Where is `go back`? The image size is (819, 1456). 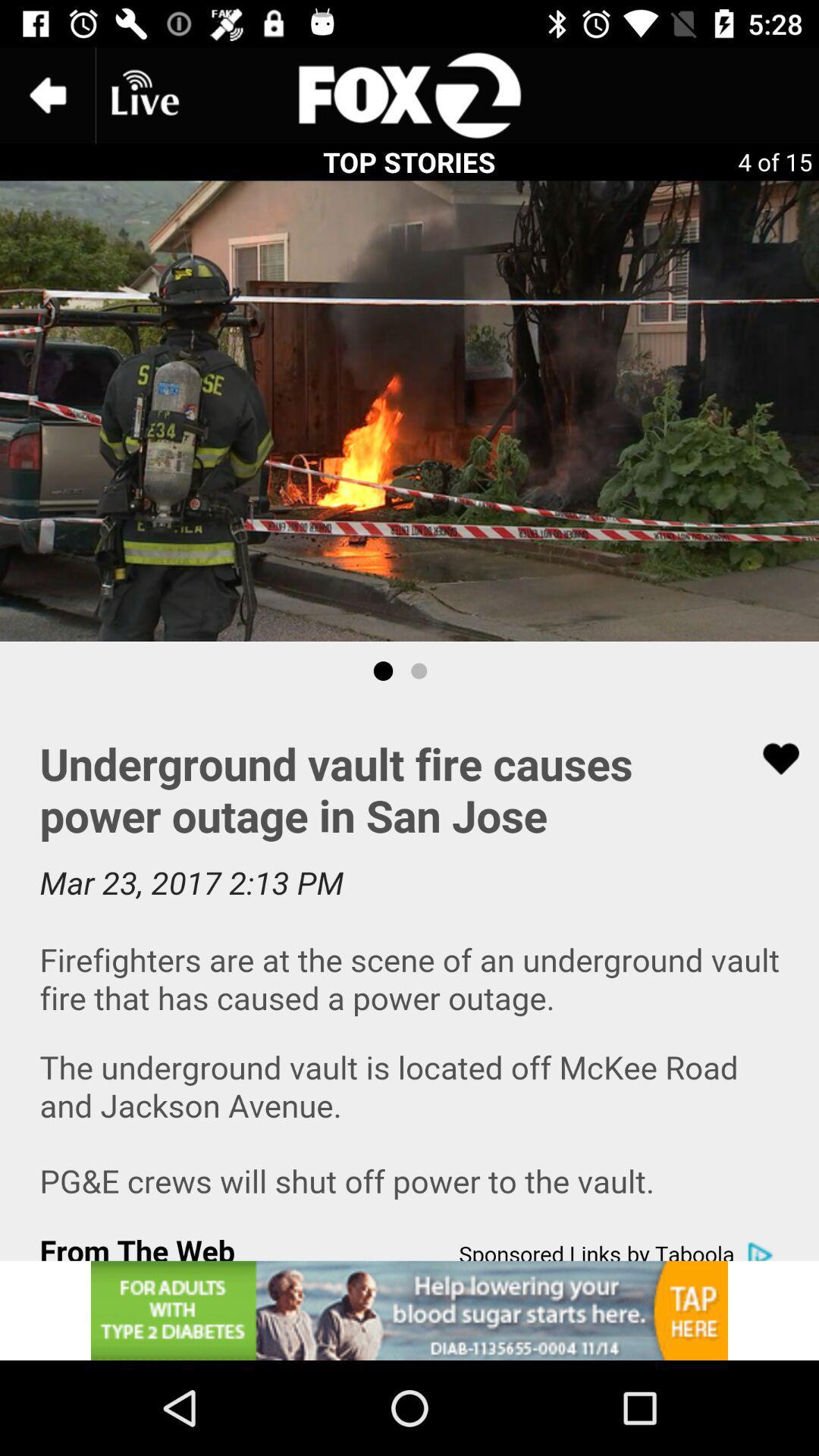
go back is located at coordinates (46, 94).